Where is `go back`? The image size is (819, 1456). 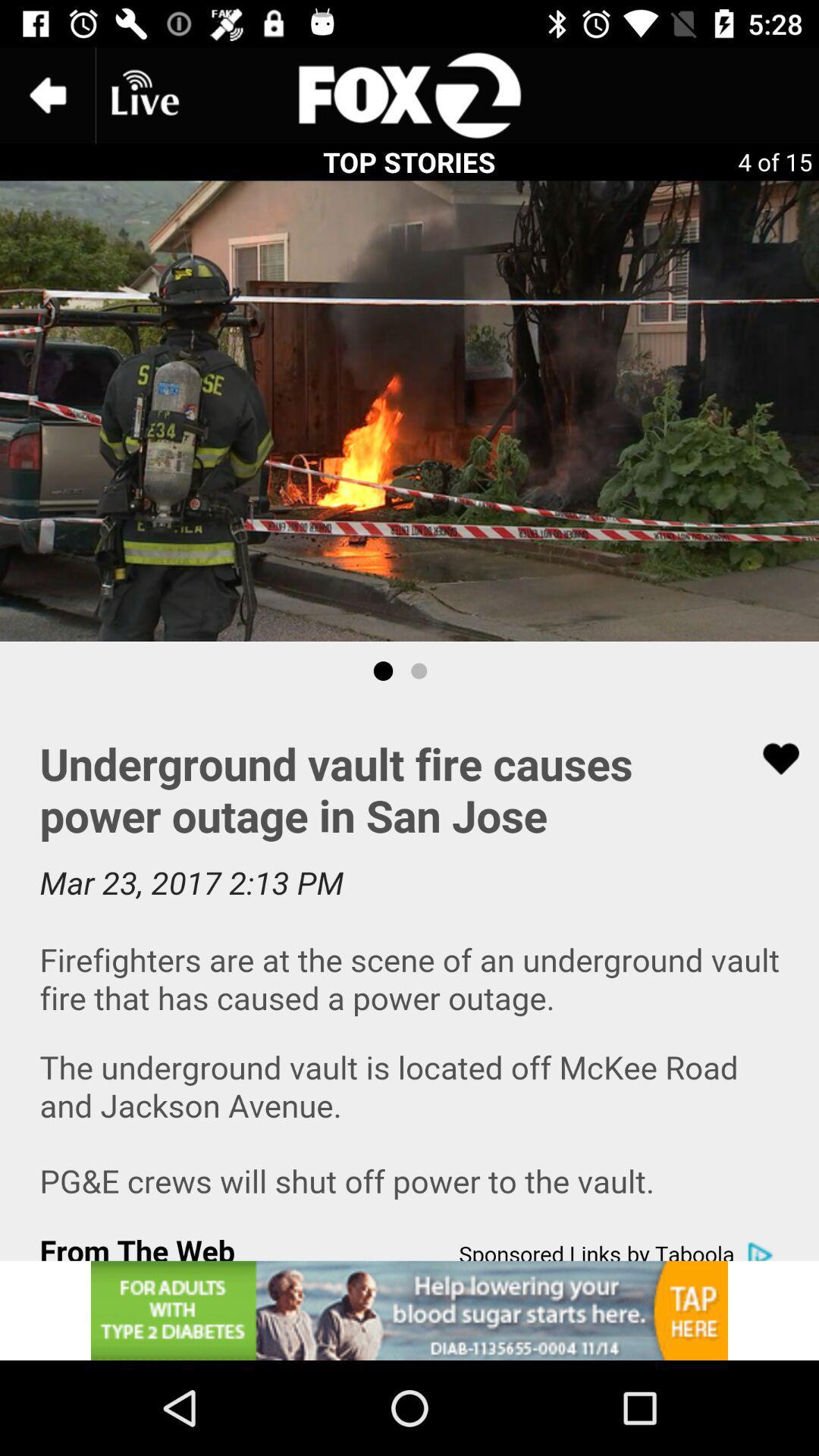
go back is located at coordinates (46, 94).